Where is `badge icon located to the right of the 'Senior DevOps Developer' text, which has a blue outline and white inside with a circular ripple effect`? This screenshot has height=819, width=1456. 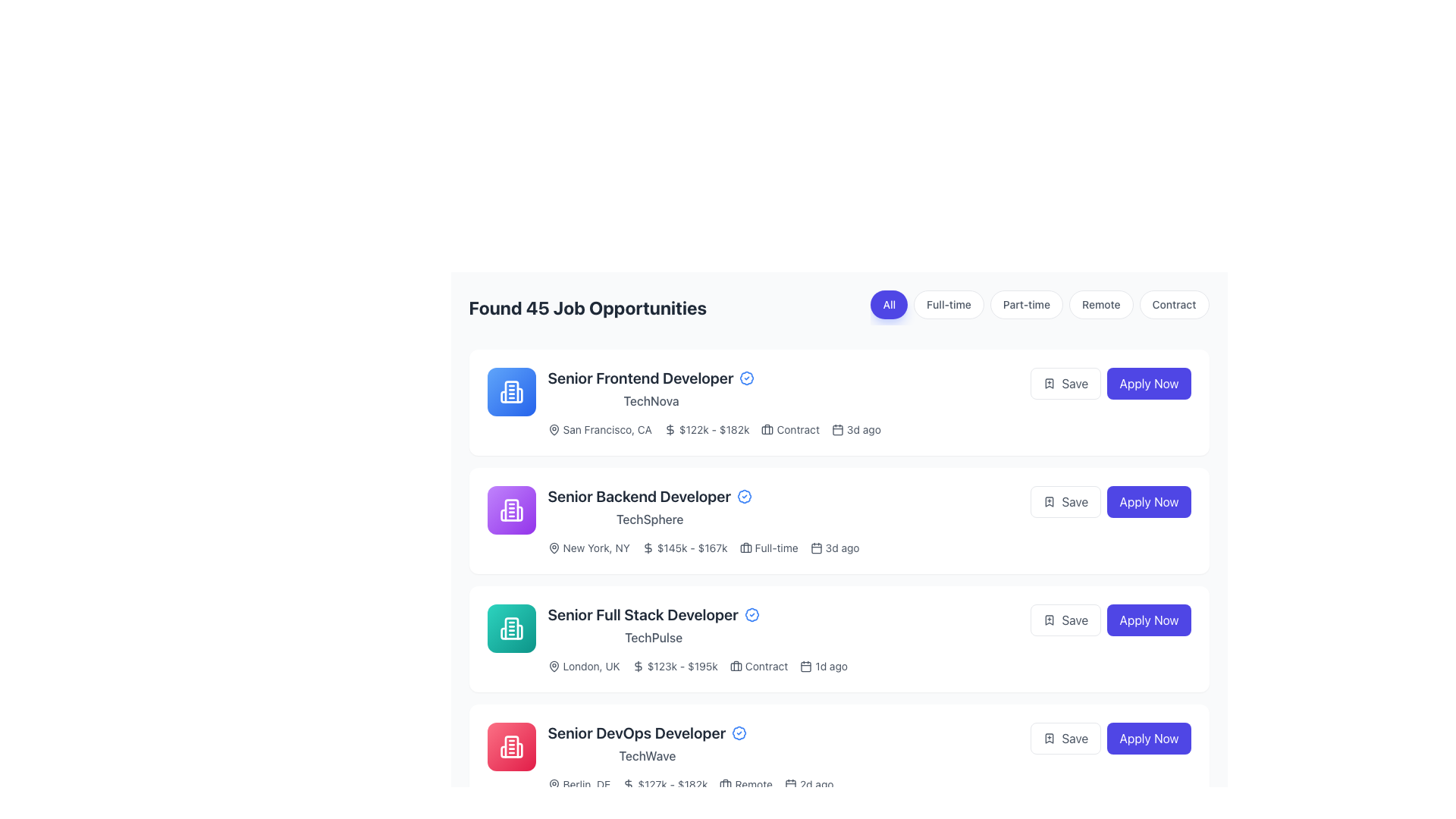 badge icon located to the right of the 'Senior DevOps Developer' text, which has a blue outline and white inside with a circular ripple effect is located at coordinates (739, 733).